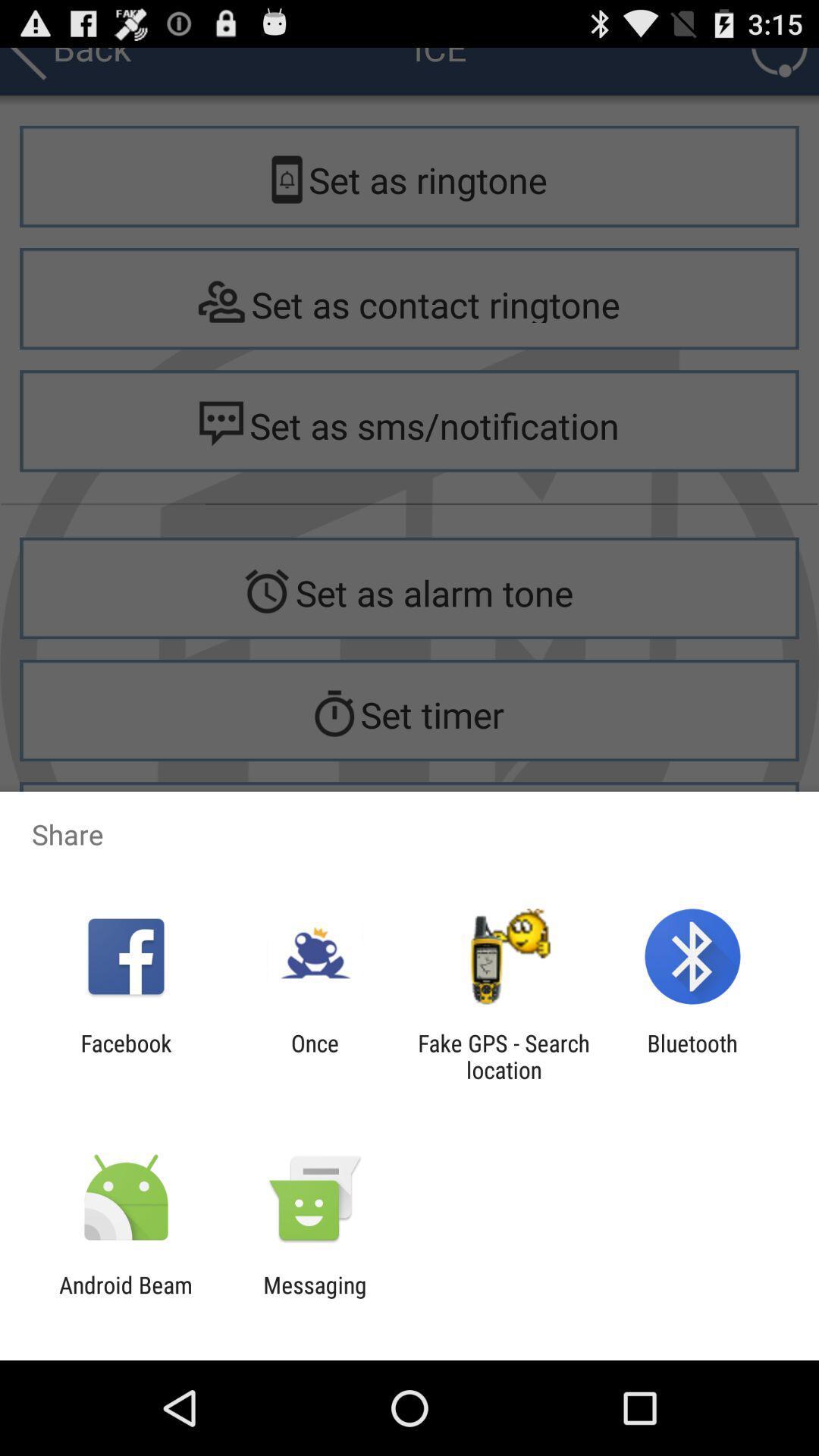 Image resolution: width=819 pixels, height=1456 pixels. I want to click on the icon next to the facebook icon, so click(314, 1056).